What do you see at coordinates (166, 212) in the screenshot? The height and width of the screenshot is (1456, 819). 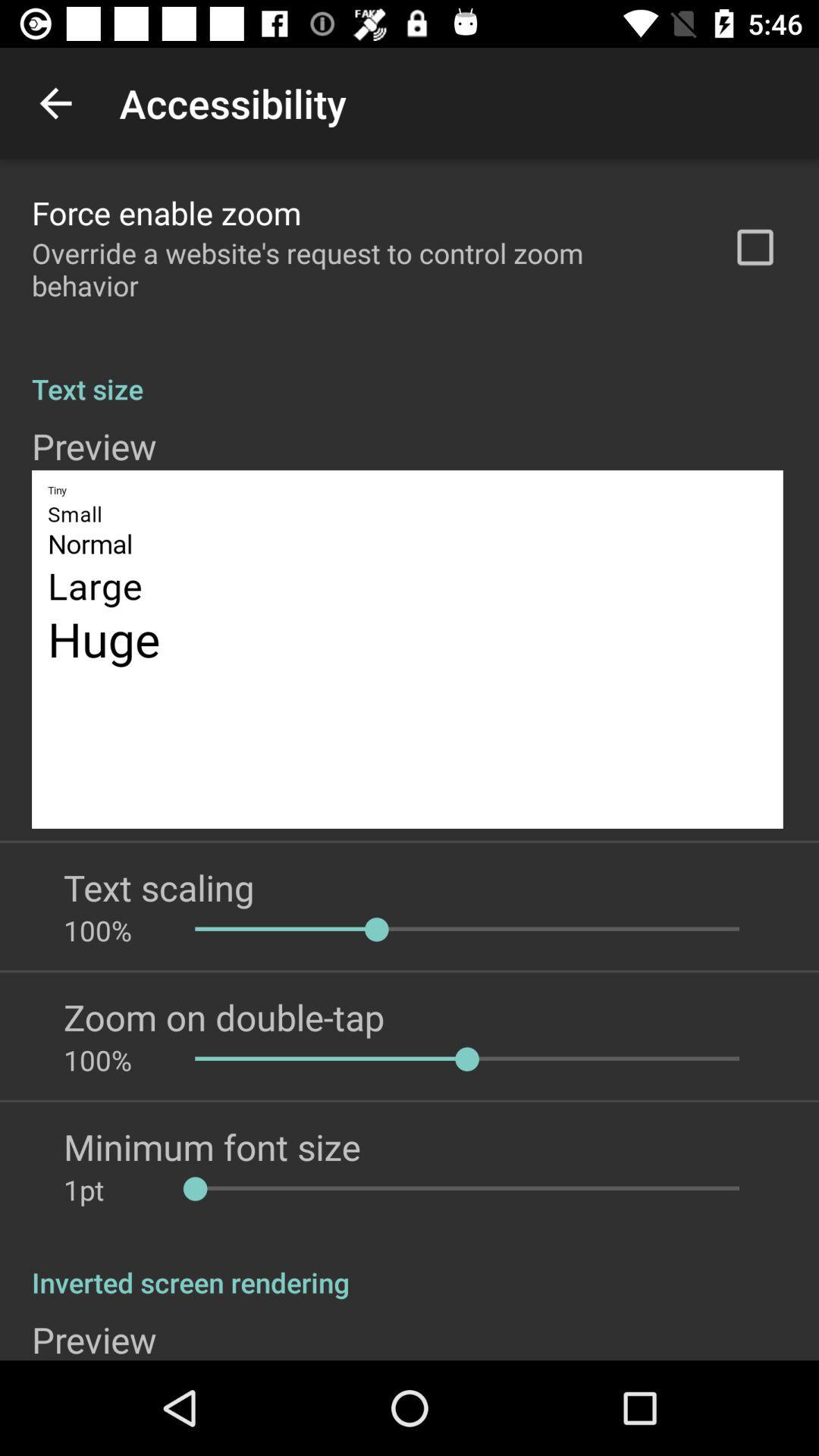 I see `force enable zoom app` at bounding box center [166, 212].